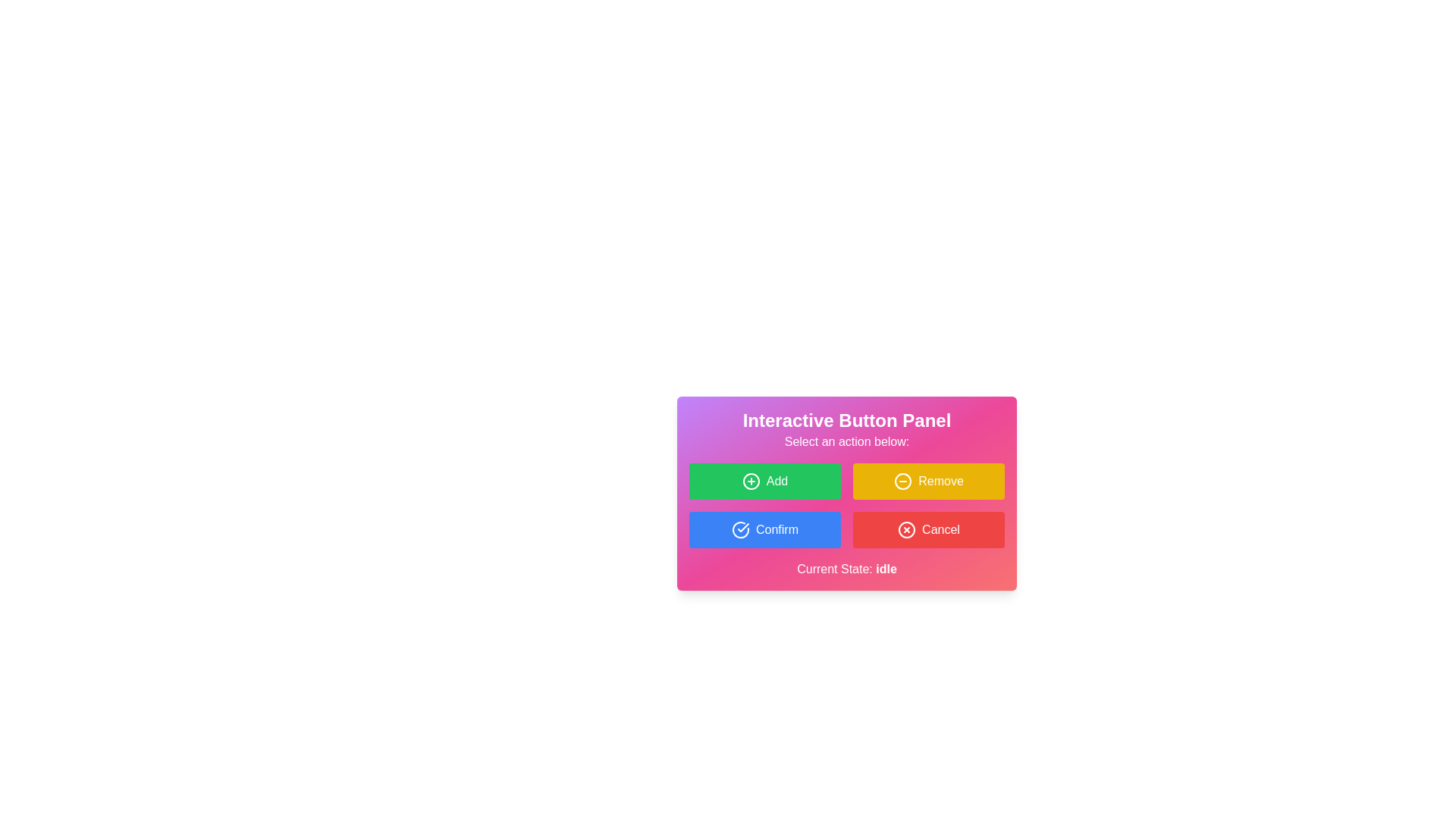 This screenshot has width=1456, height=819. Describe the element at coordinates (907, 529) in the screenshot. I see `the circular vector graphic element that is part of the cancel button icon located at the top right of the button panel layout` at that location.